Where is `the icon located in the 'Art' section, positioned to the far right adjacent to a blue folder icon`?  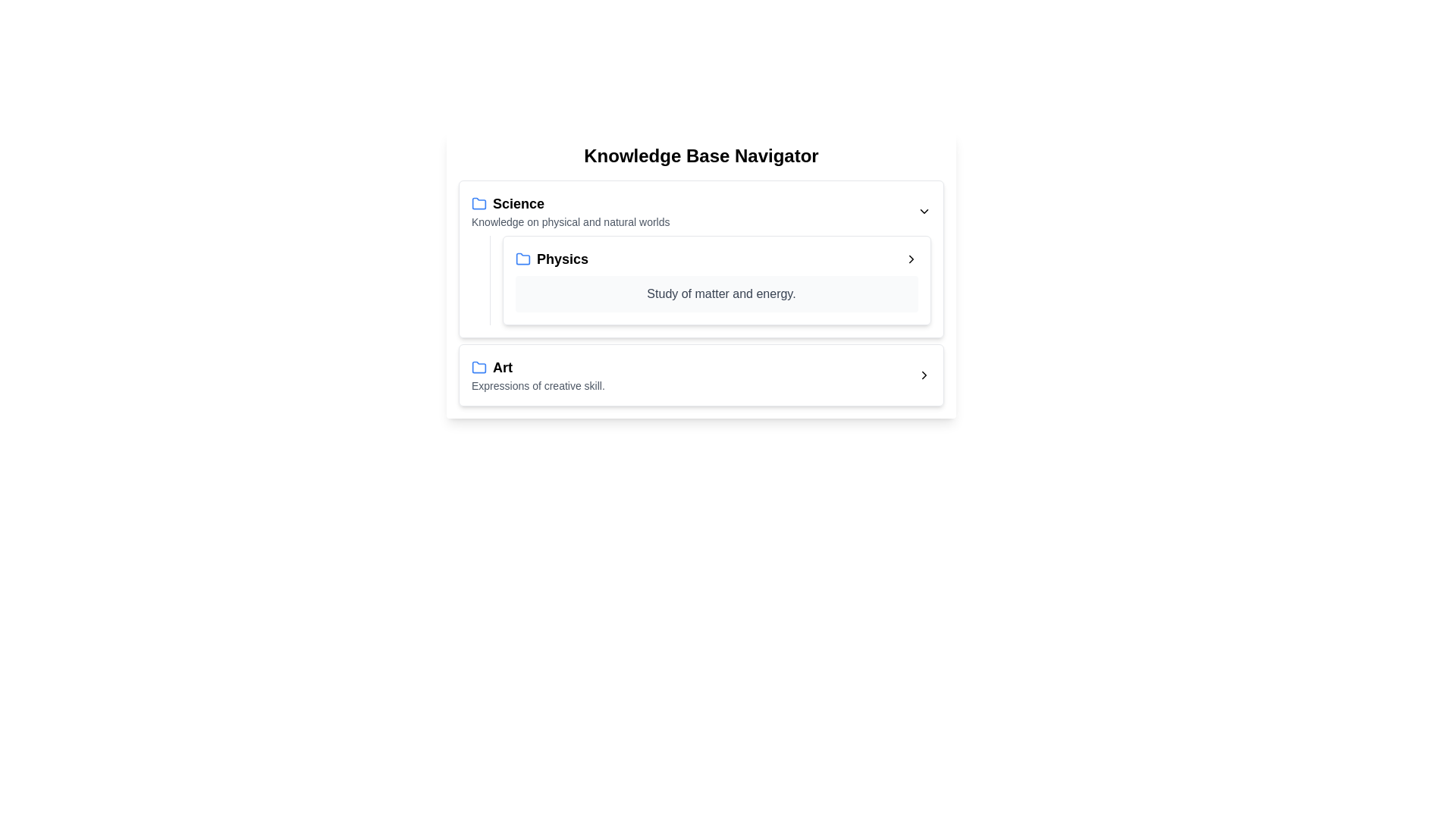 the icon located in the 'Art' section, positioned to the far right adjacent to a blue folder icon is located at coordinates (924, 375).